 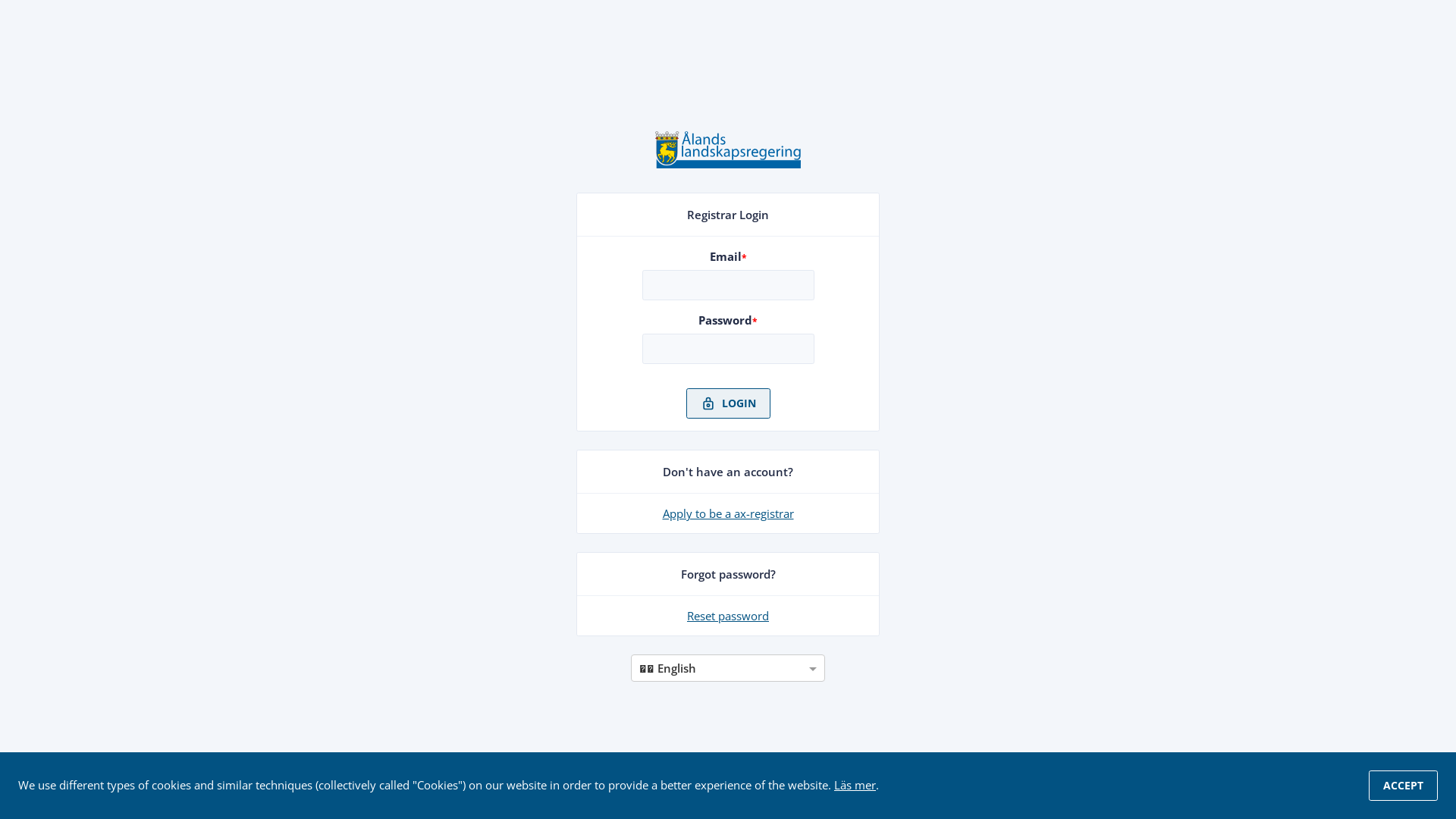 I want to click on 'Apply to be a ax-registrar', so click(x=728, y=513).